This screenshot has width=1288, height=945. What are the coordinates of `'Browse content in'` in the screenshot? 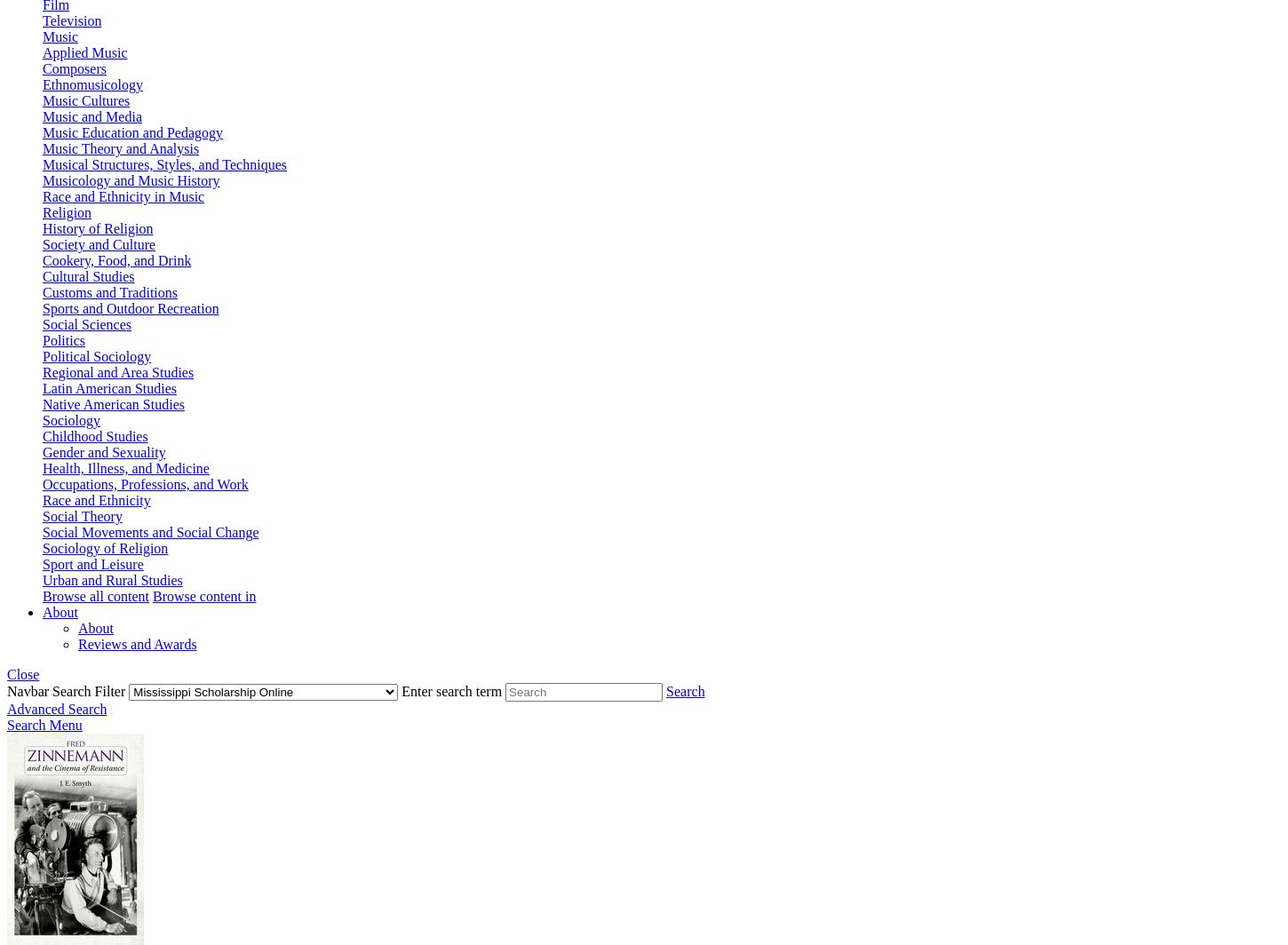 It's located at (150, 596).